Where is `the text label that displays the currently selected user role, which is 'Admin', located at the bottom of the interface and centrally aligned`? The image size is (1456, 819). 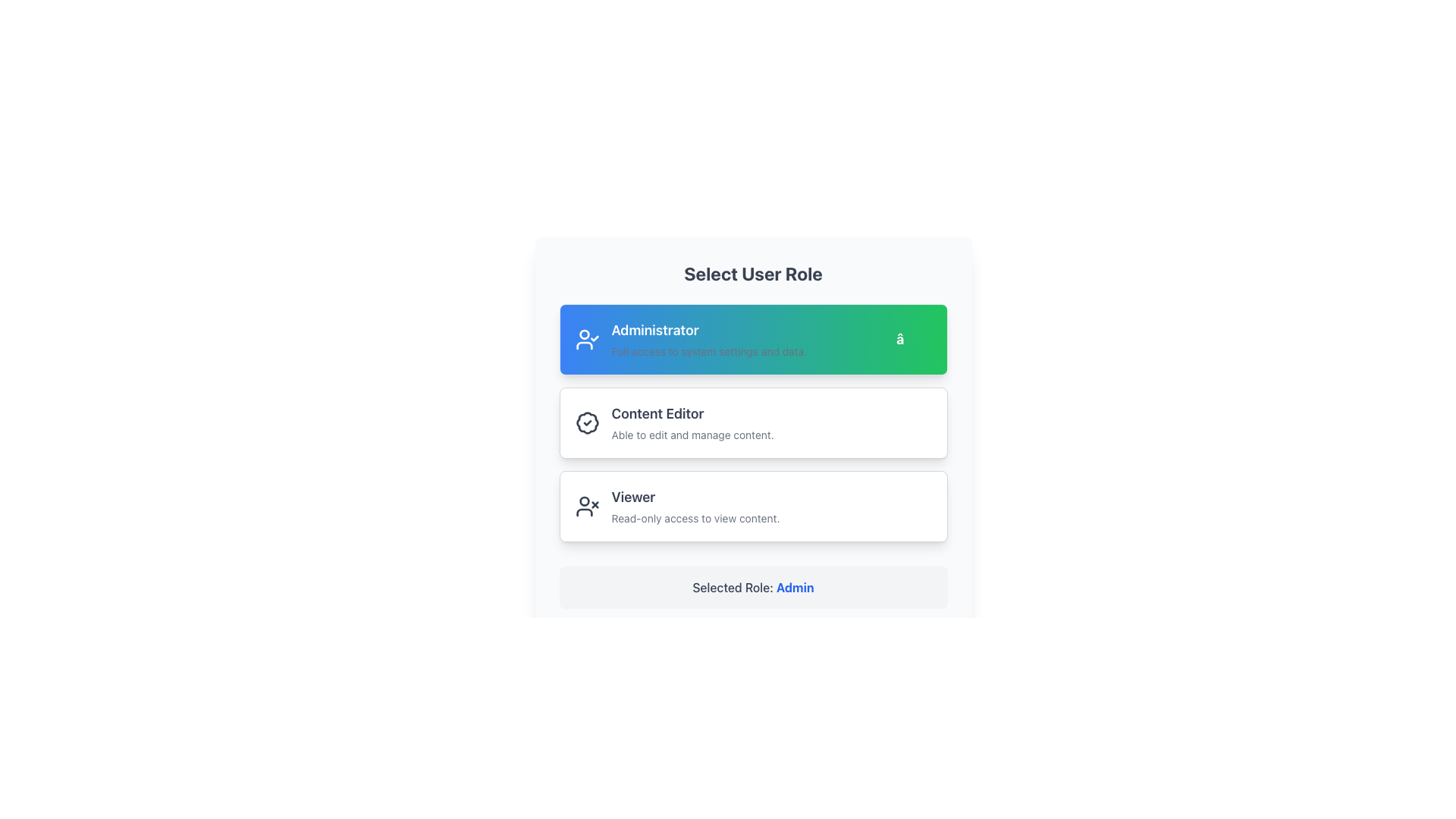 the text label that displays the currently selected user role, which is 'Admin', located at the bottom of the interface and centrally aligned is located at coordinates (753, 587).